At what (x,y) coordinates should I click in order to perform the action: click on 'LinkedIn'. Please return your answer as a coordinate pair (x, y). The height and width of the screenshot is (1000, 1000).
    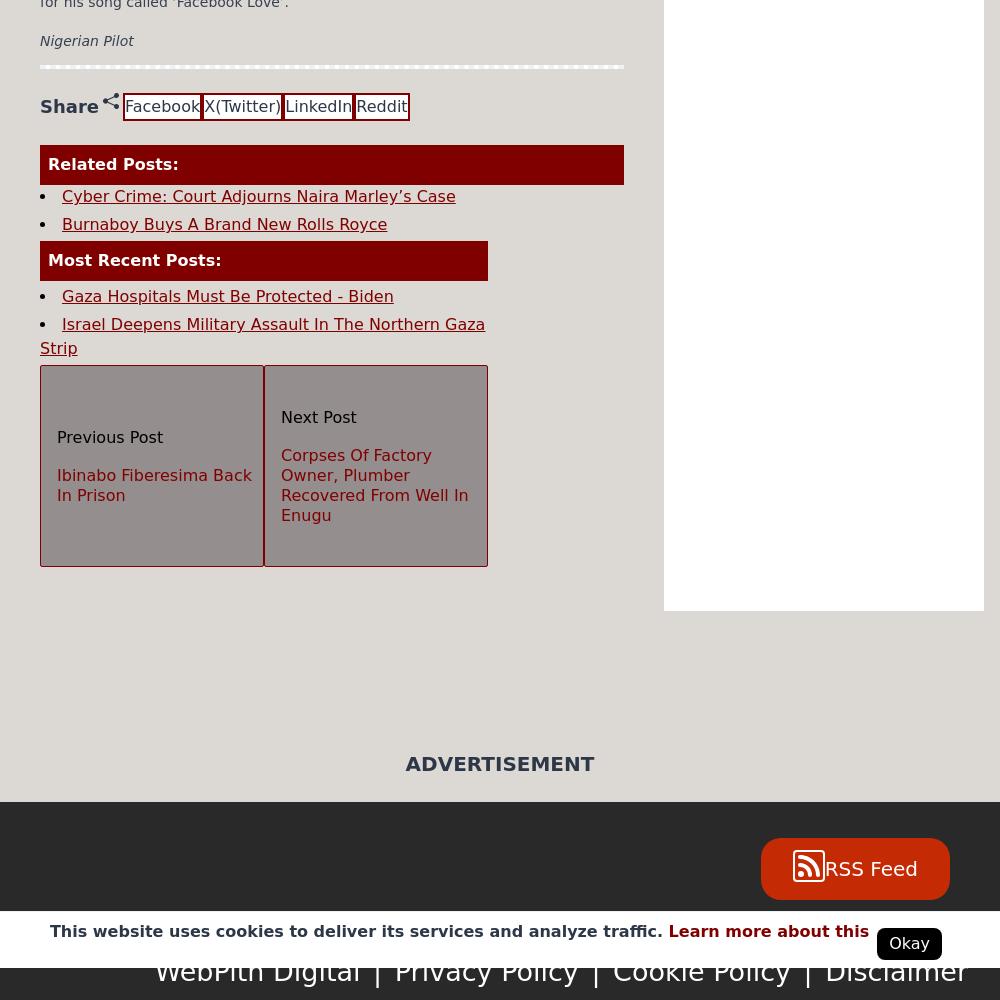
    Looking at the image, I should click on (317, 105).